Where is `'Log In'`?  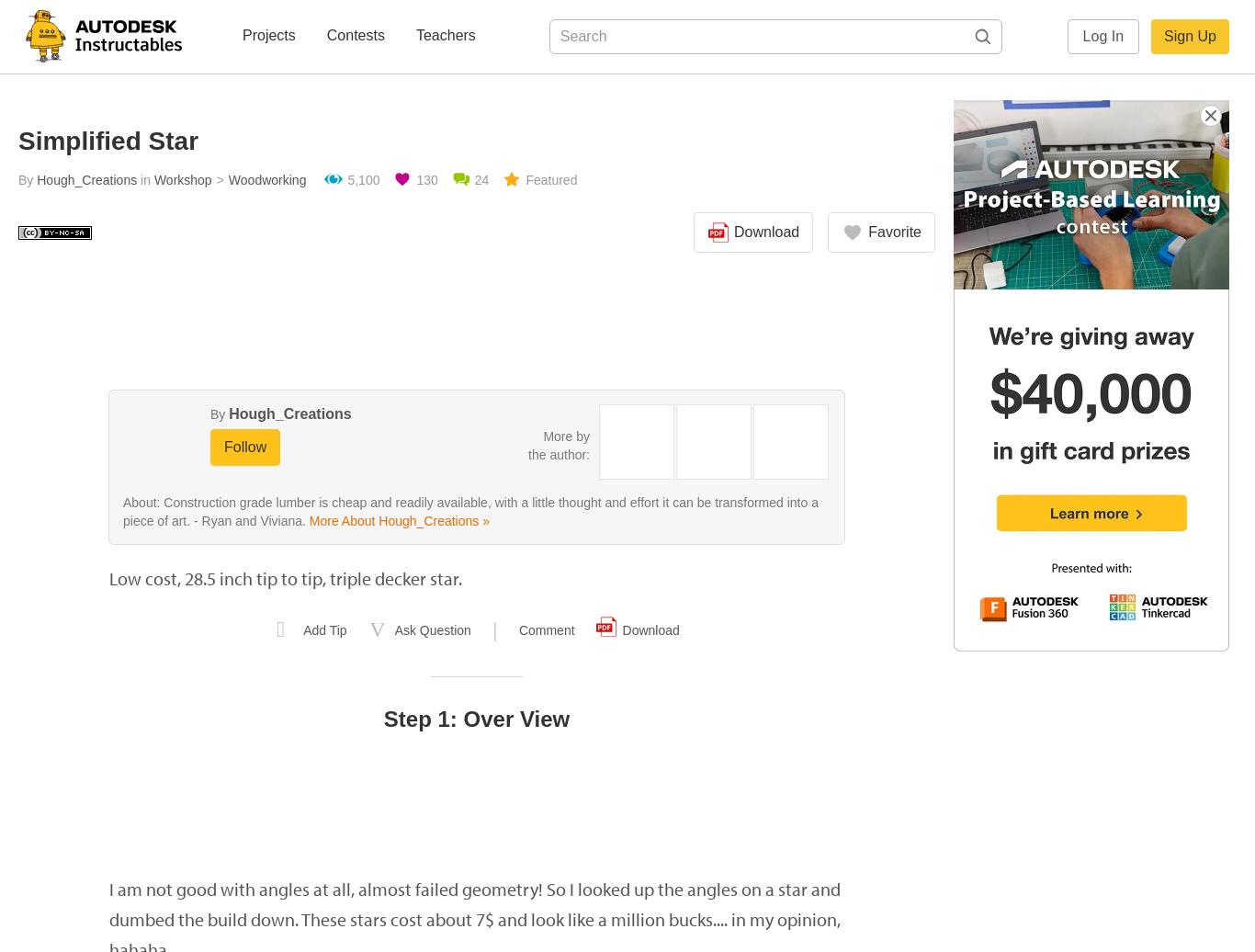
'Log In' is located at coordinates (1102, 36).